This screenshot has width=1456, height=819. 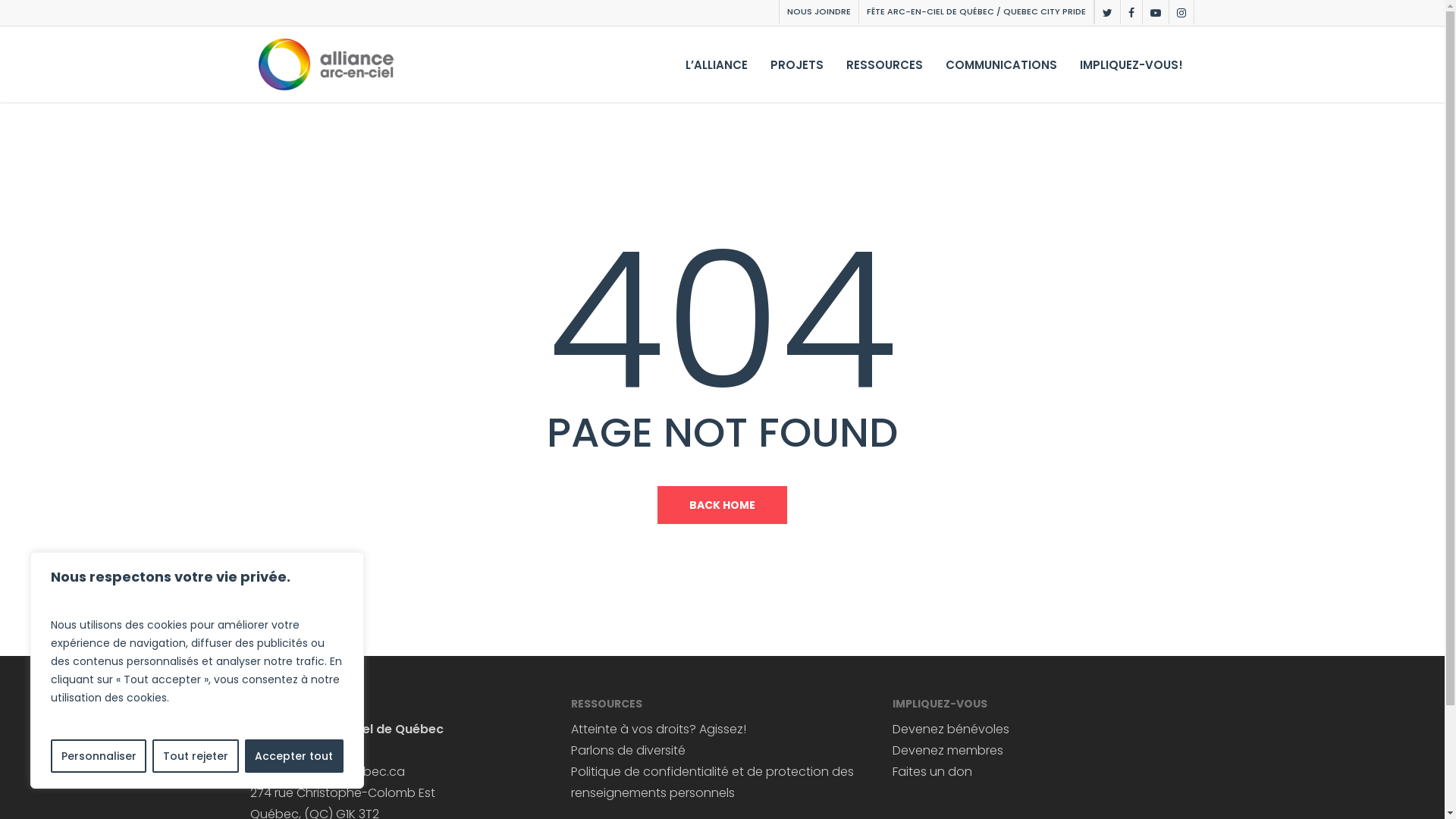 I want to click on 'Tout rejeter', so click(x=194, y=755).